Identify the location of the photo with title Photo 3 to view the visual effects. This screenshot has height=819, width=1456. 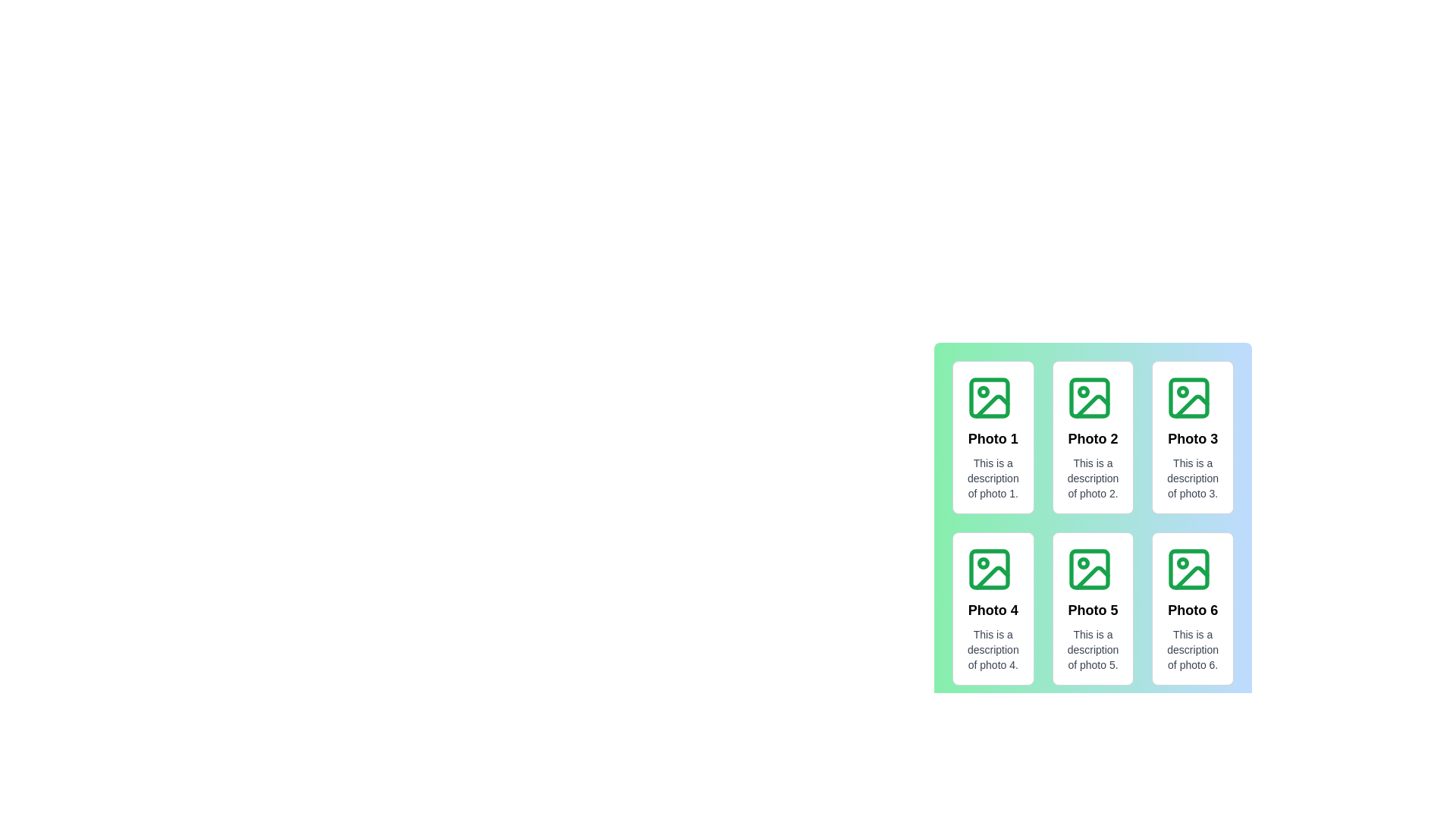
(1192, 438).